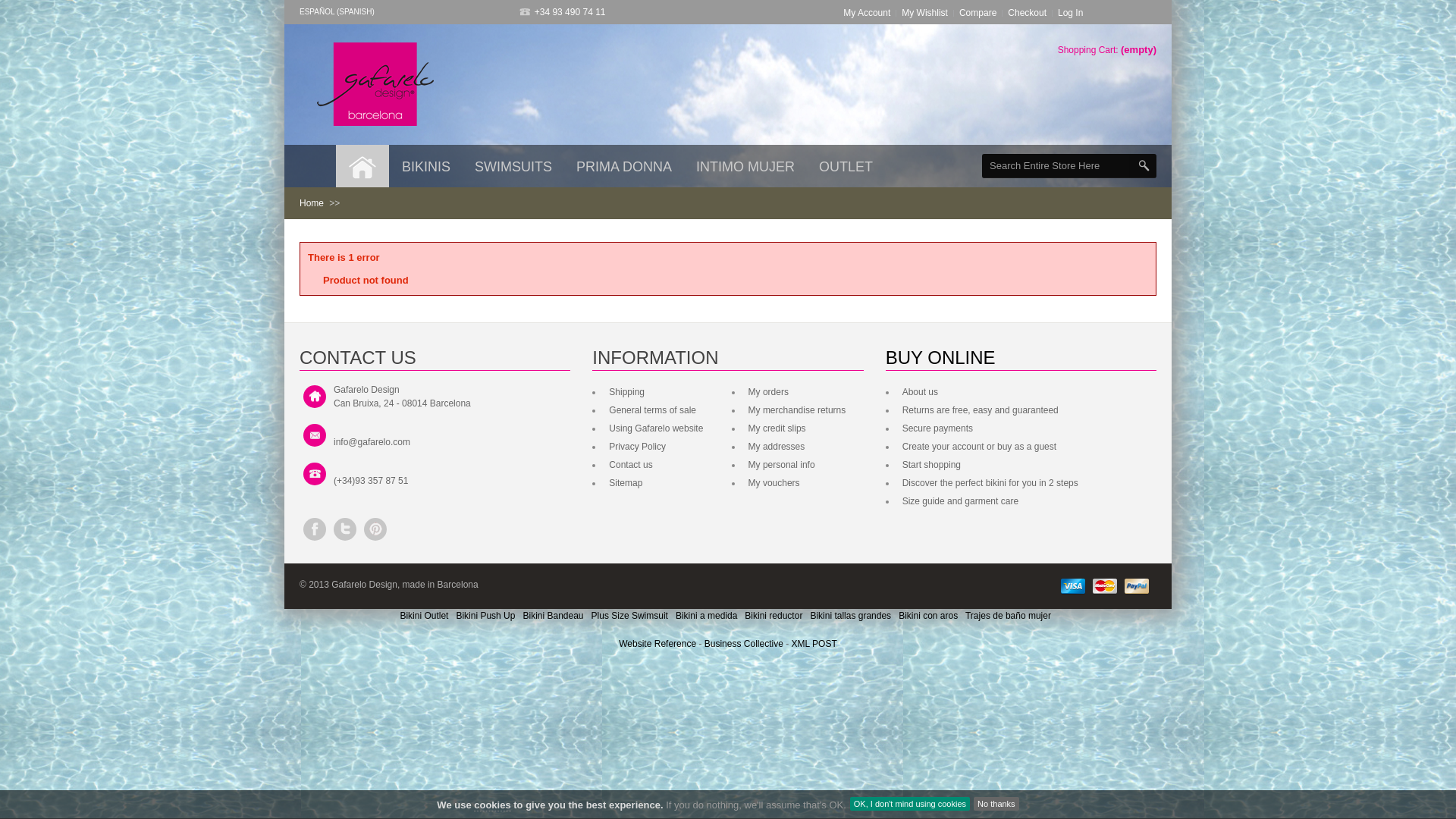 This screenshot has height=819, width=1456. What do you see at coordinates (635, 446) in the screenshot?
I see `'Privacy Policy'` at bounding box center [635, 446].